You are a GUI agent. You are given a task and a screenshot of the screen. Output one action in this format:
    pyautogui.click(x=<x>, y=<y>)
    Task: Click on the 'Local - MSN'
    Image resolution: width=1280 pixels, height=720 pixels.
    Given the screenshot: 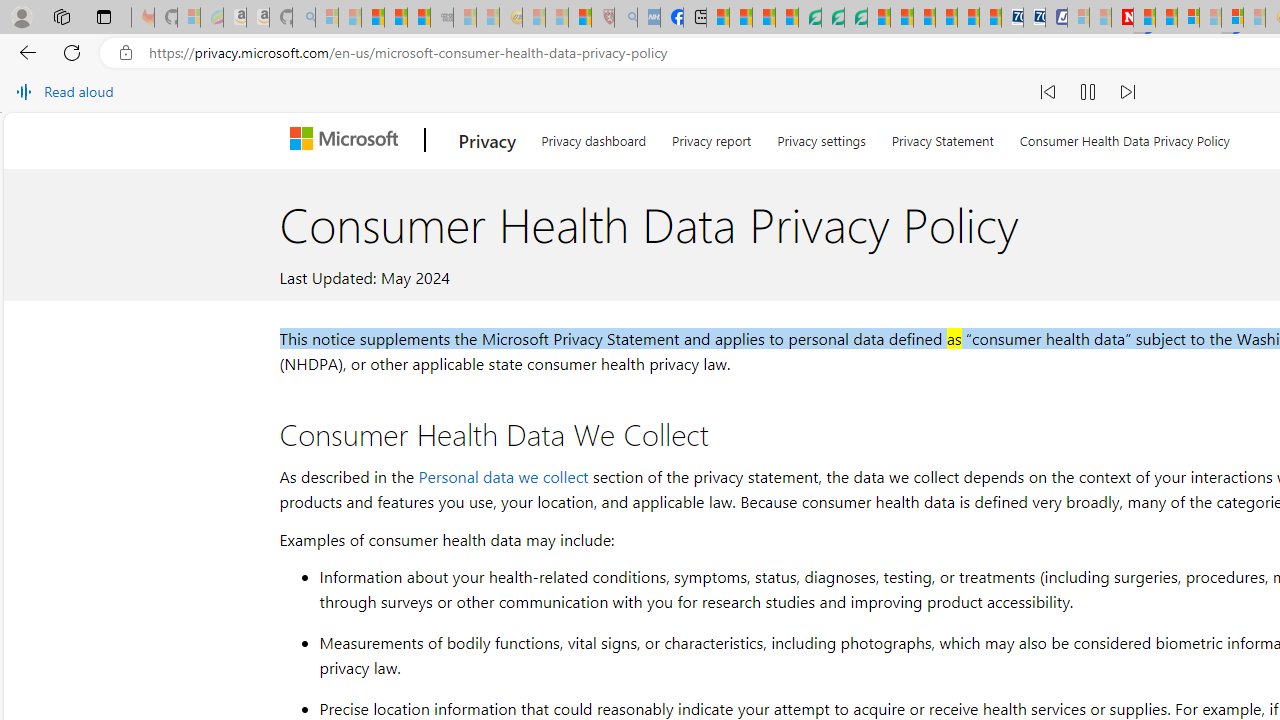 What is the action you would take?
    pyautogui.click(x=579, y=17)
    